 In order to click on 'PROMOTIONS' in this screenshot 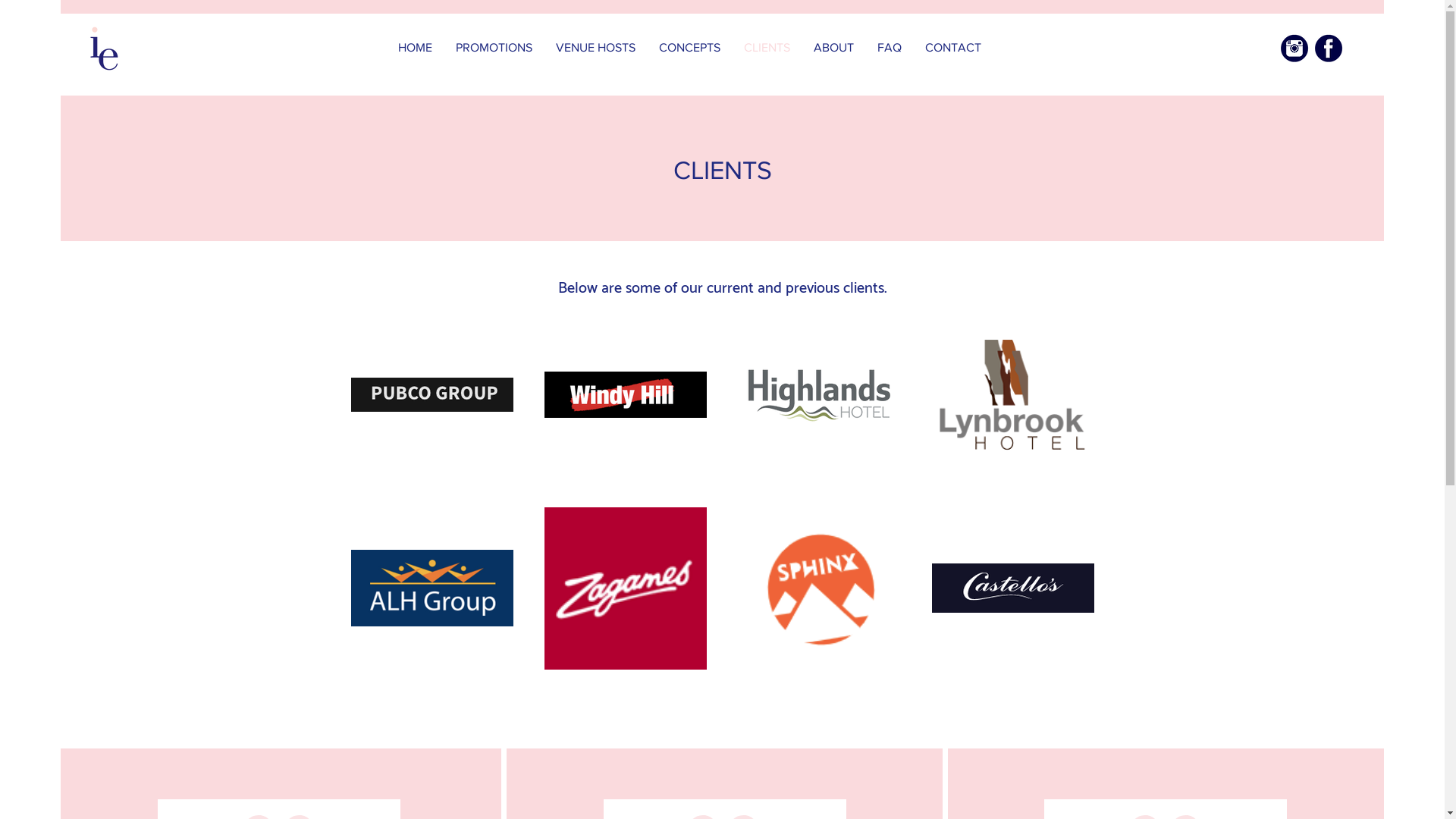, I will do `click(494, 46)`.